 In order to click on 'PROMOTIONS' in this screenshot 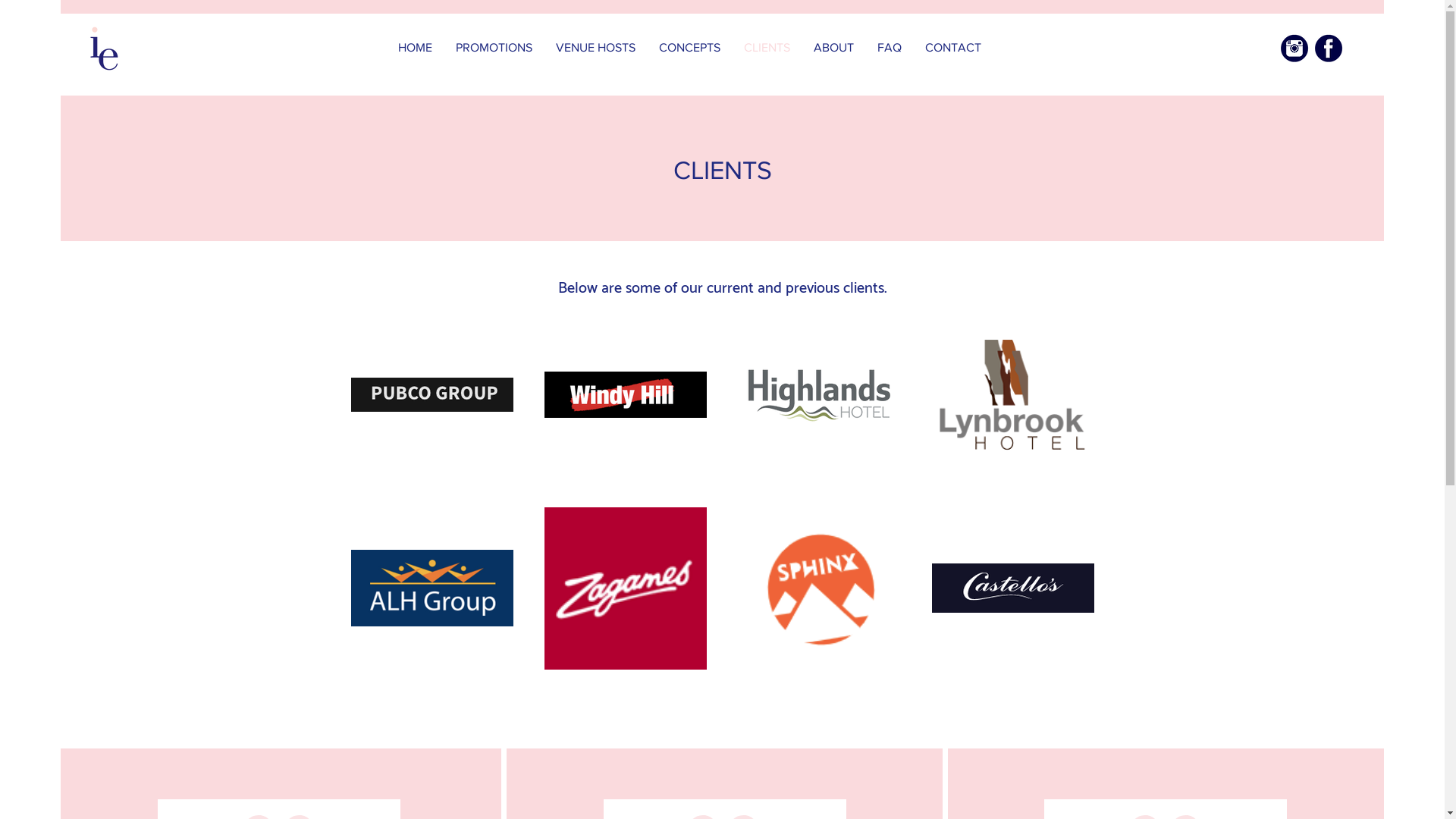, I will do `click(494, 46)`.